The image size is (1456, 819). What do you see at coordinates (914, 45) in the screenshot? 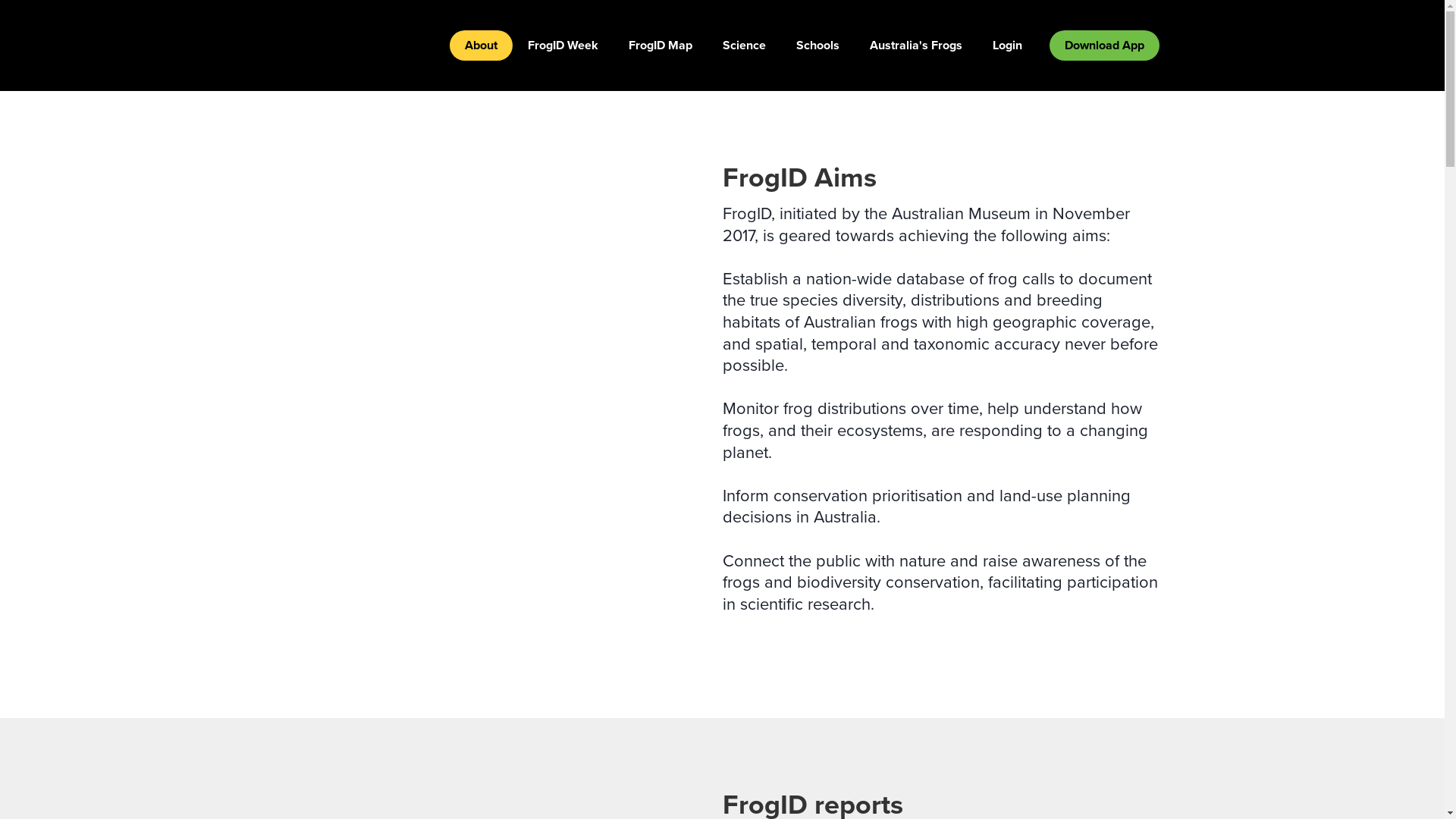
I see `'Australia's Frogs'` at bounding box center [914, 45].